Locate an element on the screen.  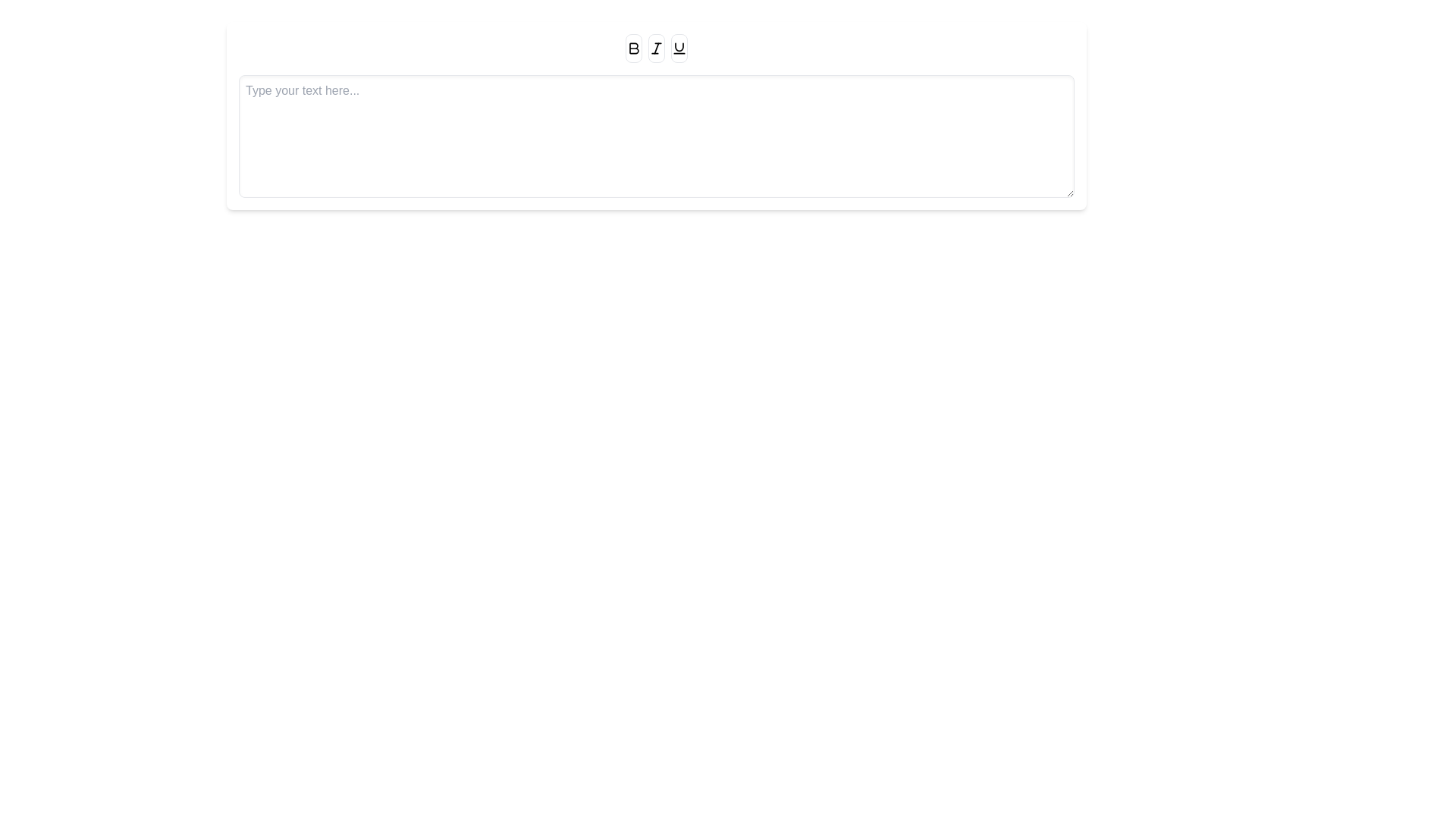
the underline icon located in the toolbar at the top of the application layout to apply underline formatting is located at coordinates (679, 48).